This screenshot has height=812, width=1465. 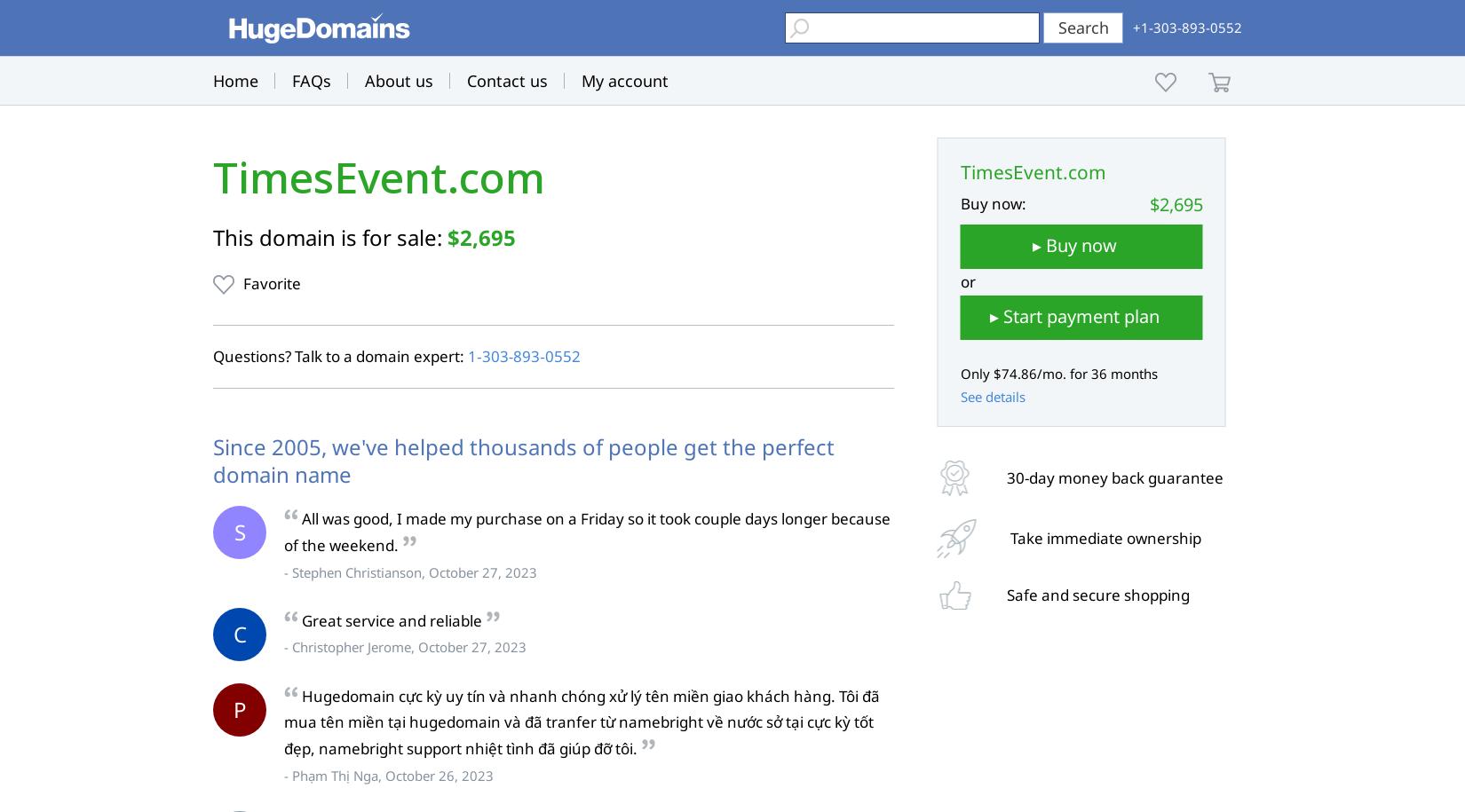 What do you see at coordinates (1186, 28) in the screenshot?
I see `'+1-303-893-0552'` at bounding box center [1186, 28].